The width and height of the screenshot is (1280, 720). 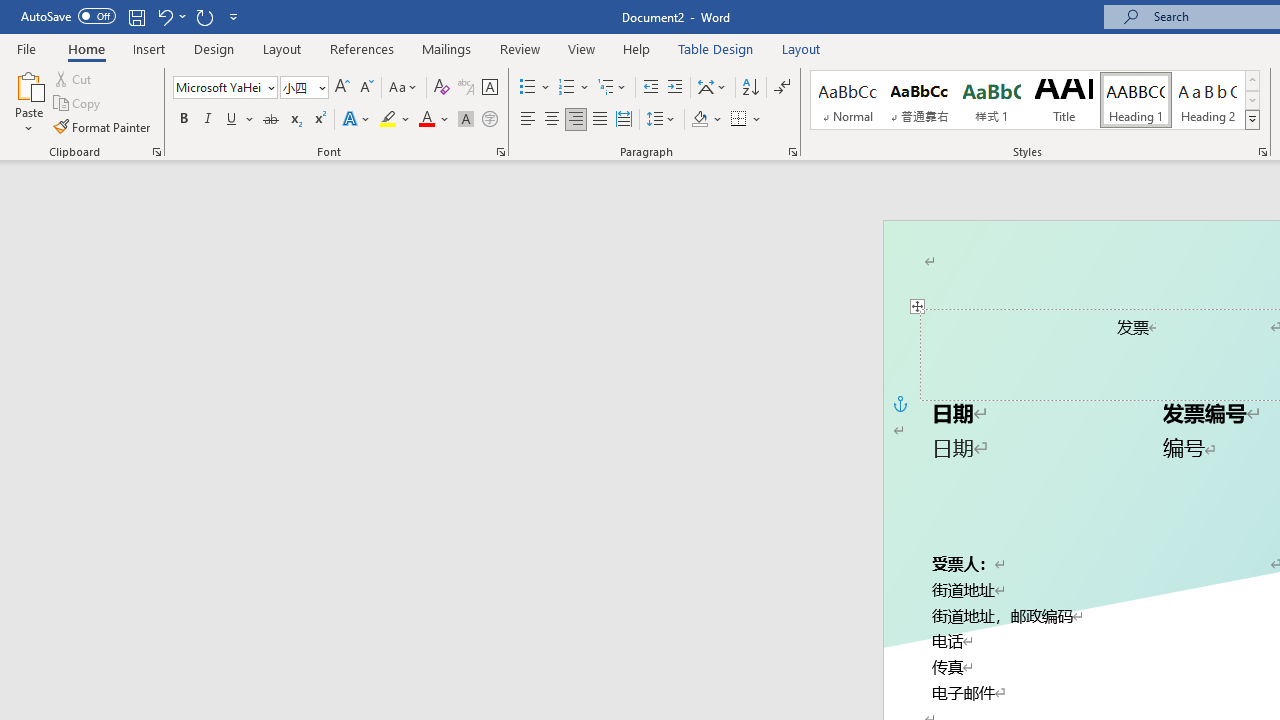 What do you see at coordinates (155, 150) in the screenshot?
I see `'Office Clipboard...'` at bounding box center [155, 150].